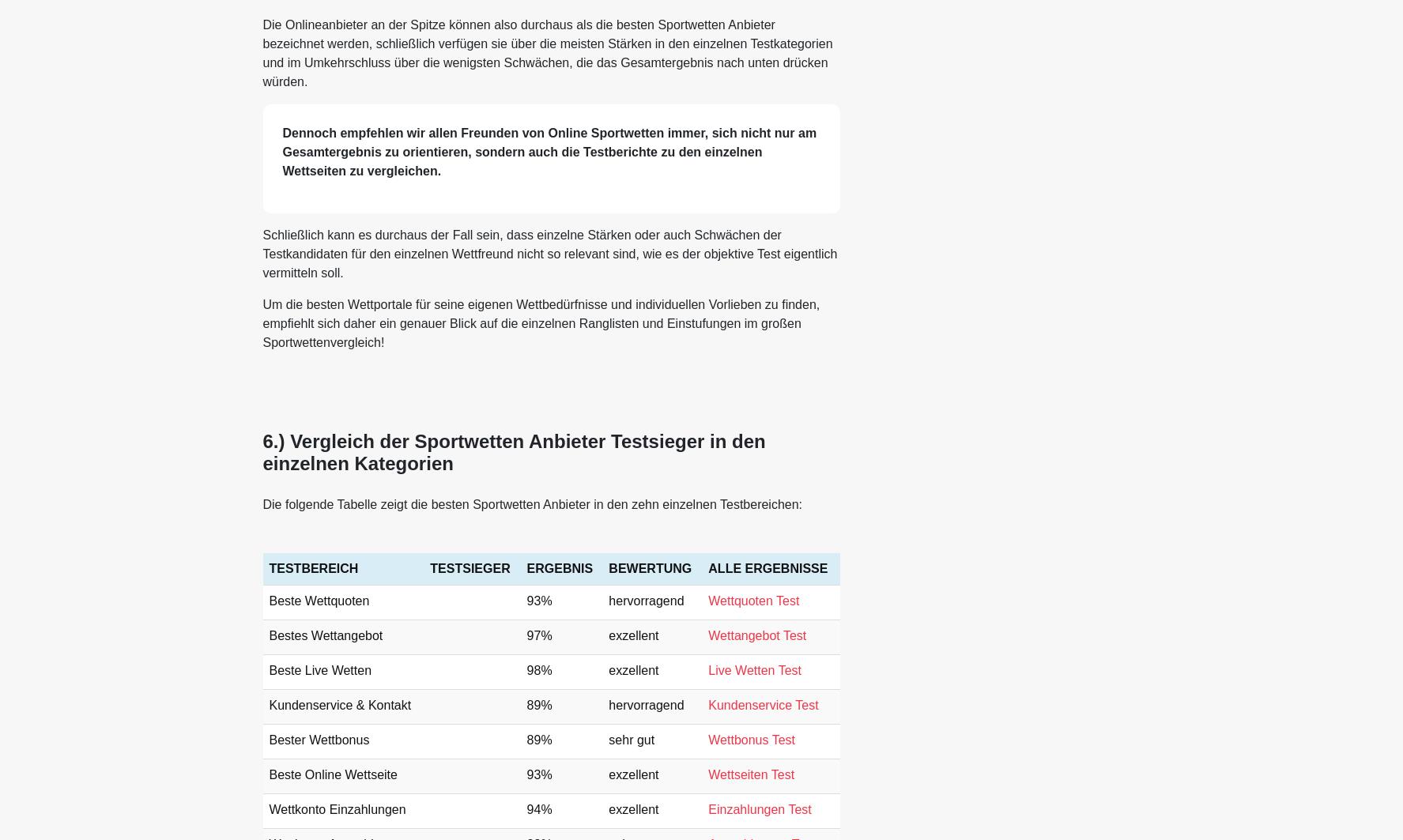 Image resolution: width=1403 pixels, height=840 pixels. Describe the element at coordinates (763, 704) in the screenshot. I see `'Kundenservice Test'` at that location.